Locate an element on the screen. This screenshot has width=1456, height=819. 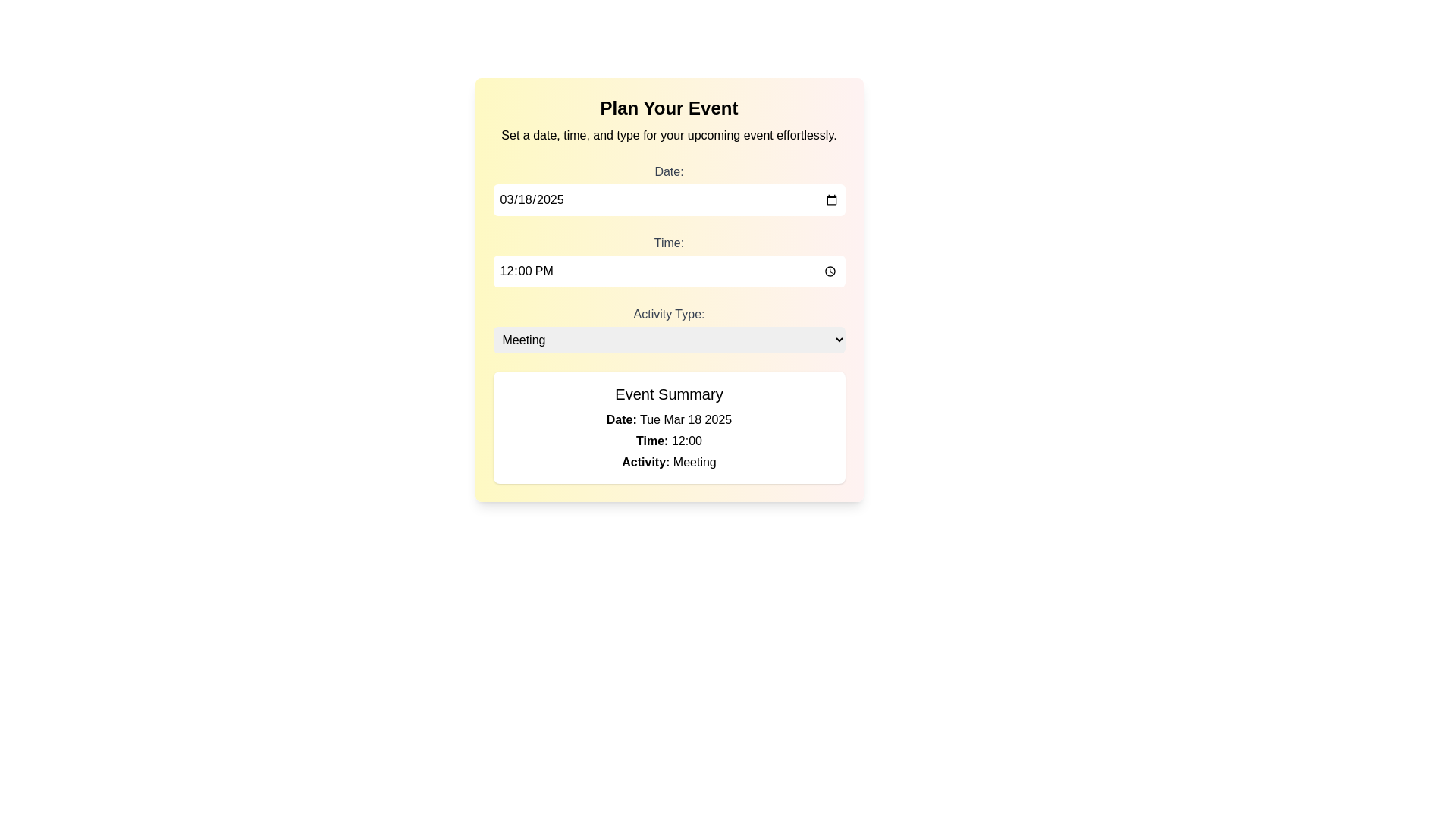
the Text Display element that shows 'Date: Tue Mar 18 2025' in the 'Event Summary' section is located at coordinates (668, 420).